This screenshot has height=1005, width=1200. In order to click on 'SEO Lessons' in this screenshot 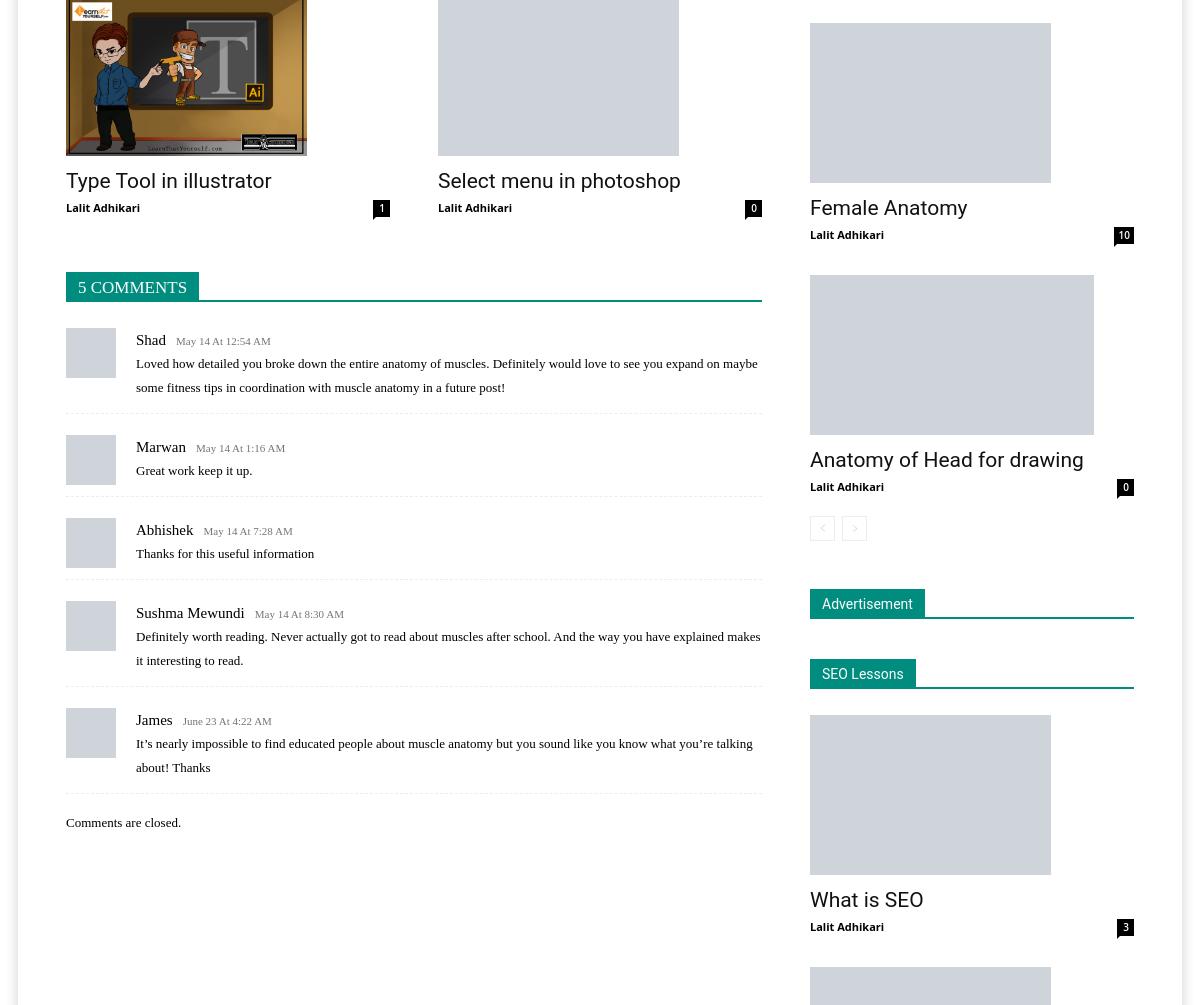, I will do `click(861, 673)`.